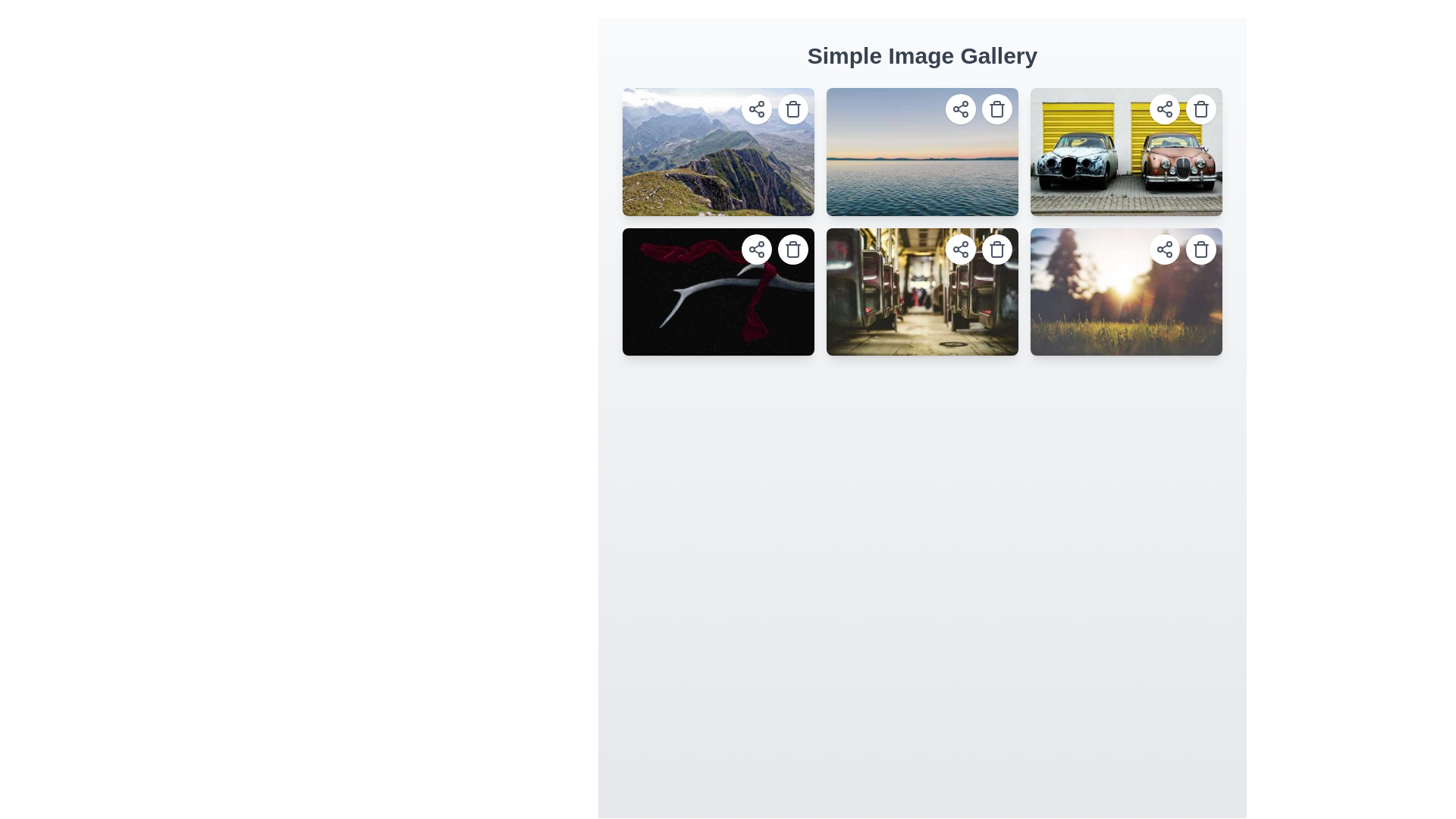  What do you see at coordinates (1164, 247) in the screenshot?
I see `the share button located in the top-right corner of the image card` at bounding box center [1164, 247].